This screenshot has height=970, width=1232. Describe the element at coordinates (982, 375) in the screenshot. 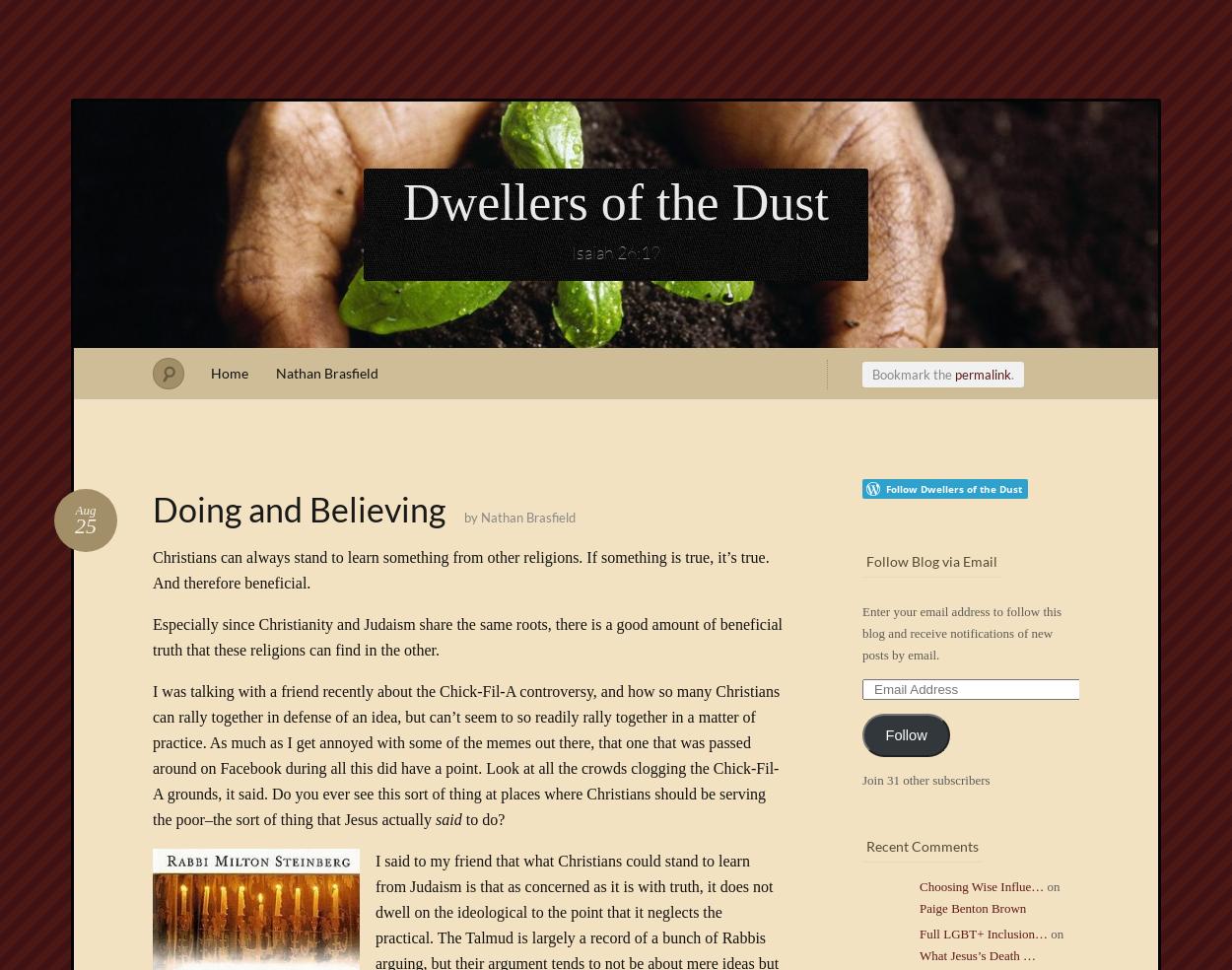

I see `'permalink'` at that location.